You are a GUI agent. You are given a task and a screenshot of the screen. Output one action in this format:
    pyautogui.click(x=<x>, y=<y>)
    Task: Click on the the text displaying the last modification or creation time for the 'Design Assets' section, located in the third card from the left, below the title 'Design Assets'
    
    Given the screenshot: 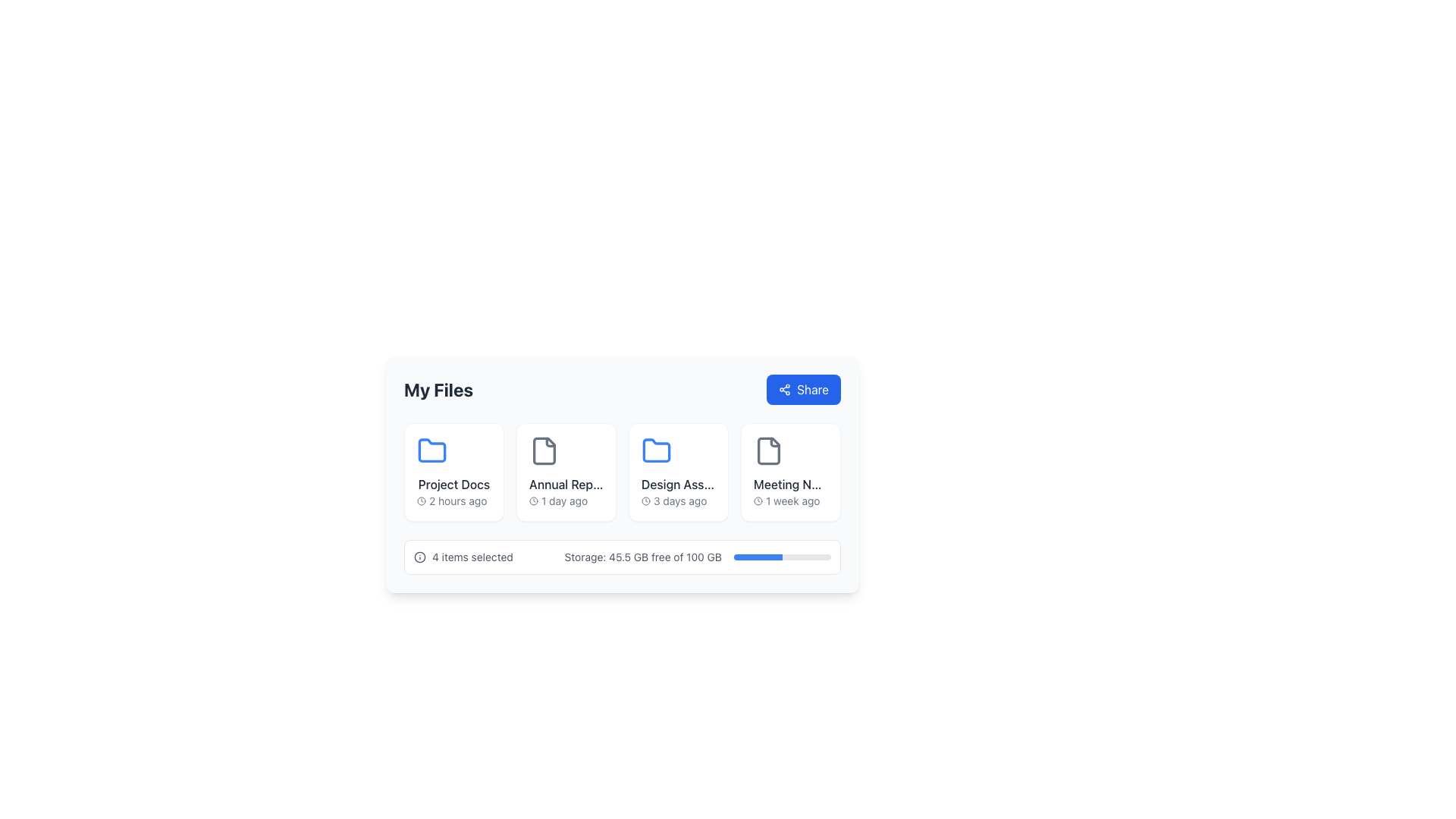 What is the action you would take?
    pyautogui.click(x=677, y=500)
    